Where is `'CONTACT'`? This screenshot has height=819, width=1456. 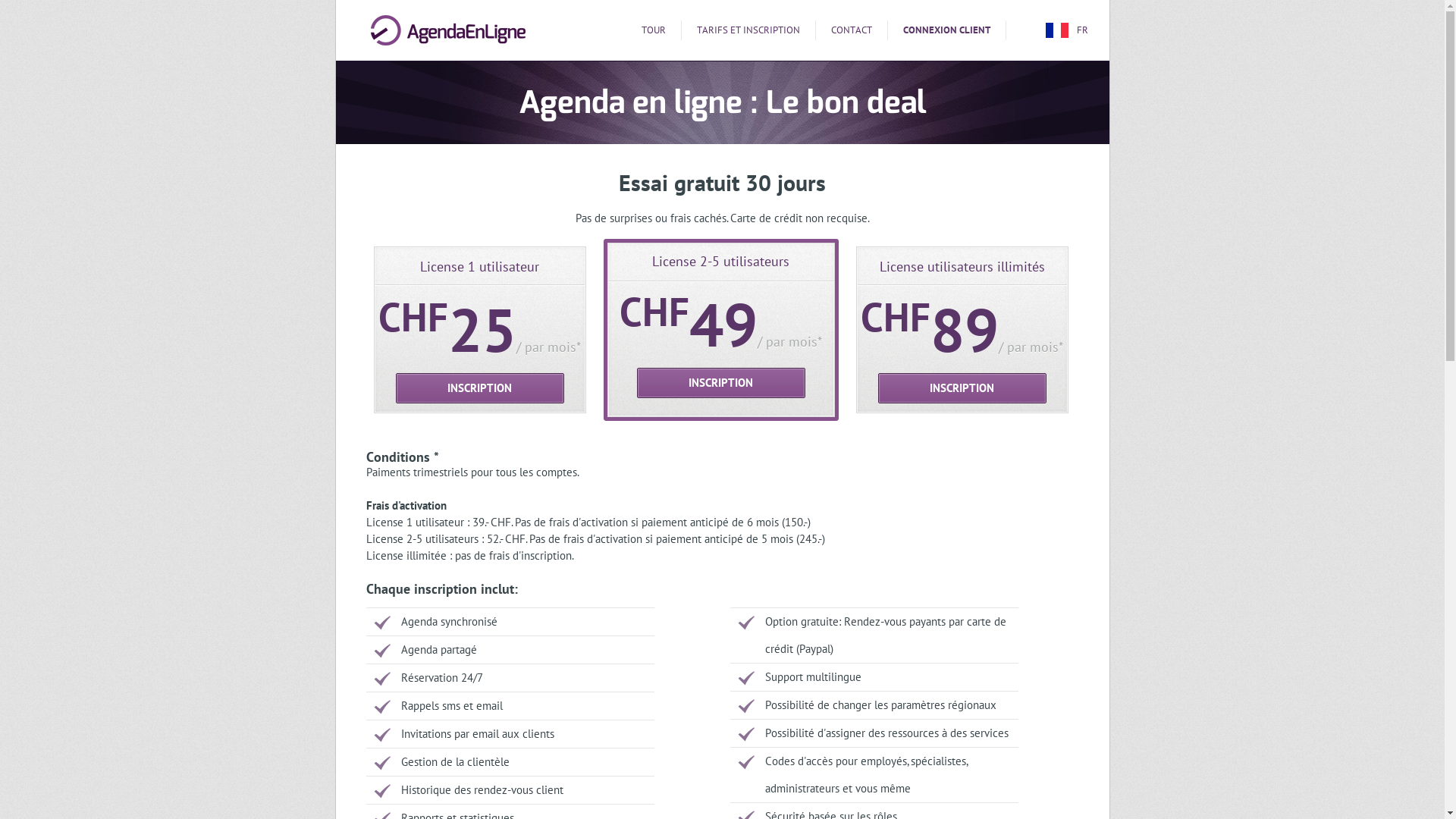 'CONTACT' is located at coordinates (852, 30).